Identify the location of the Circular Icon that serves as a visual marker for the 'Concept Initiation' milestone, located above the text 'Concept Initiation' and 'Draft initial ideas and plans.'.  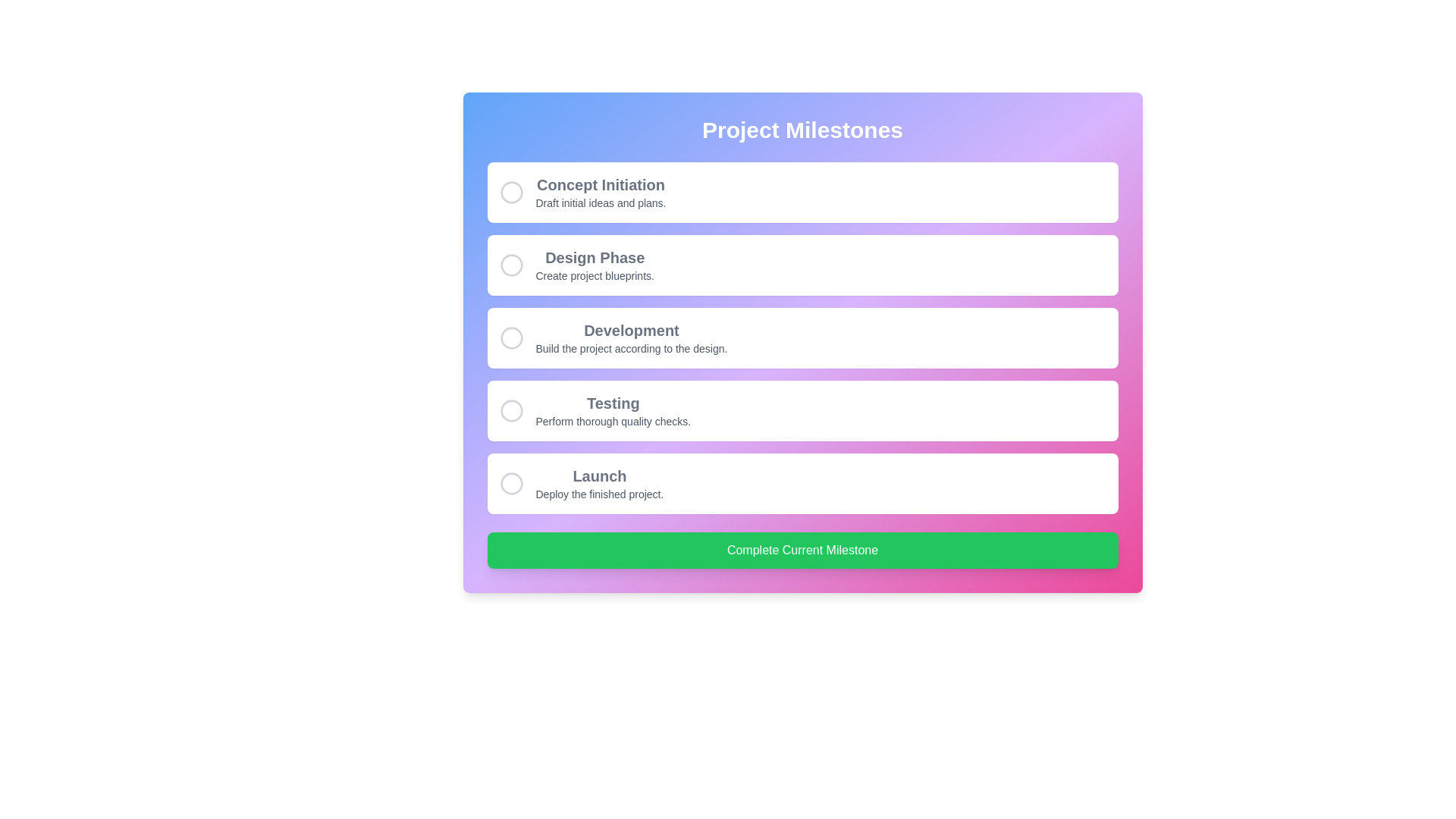
(511, 192).